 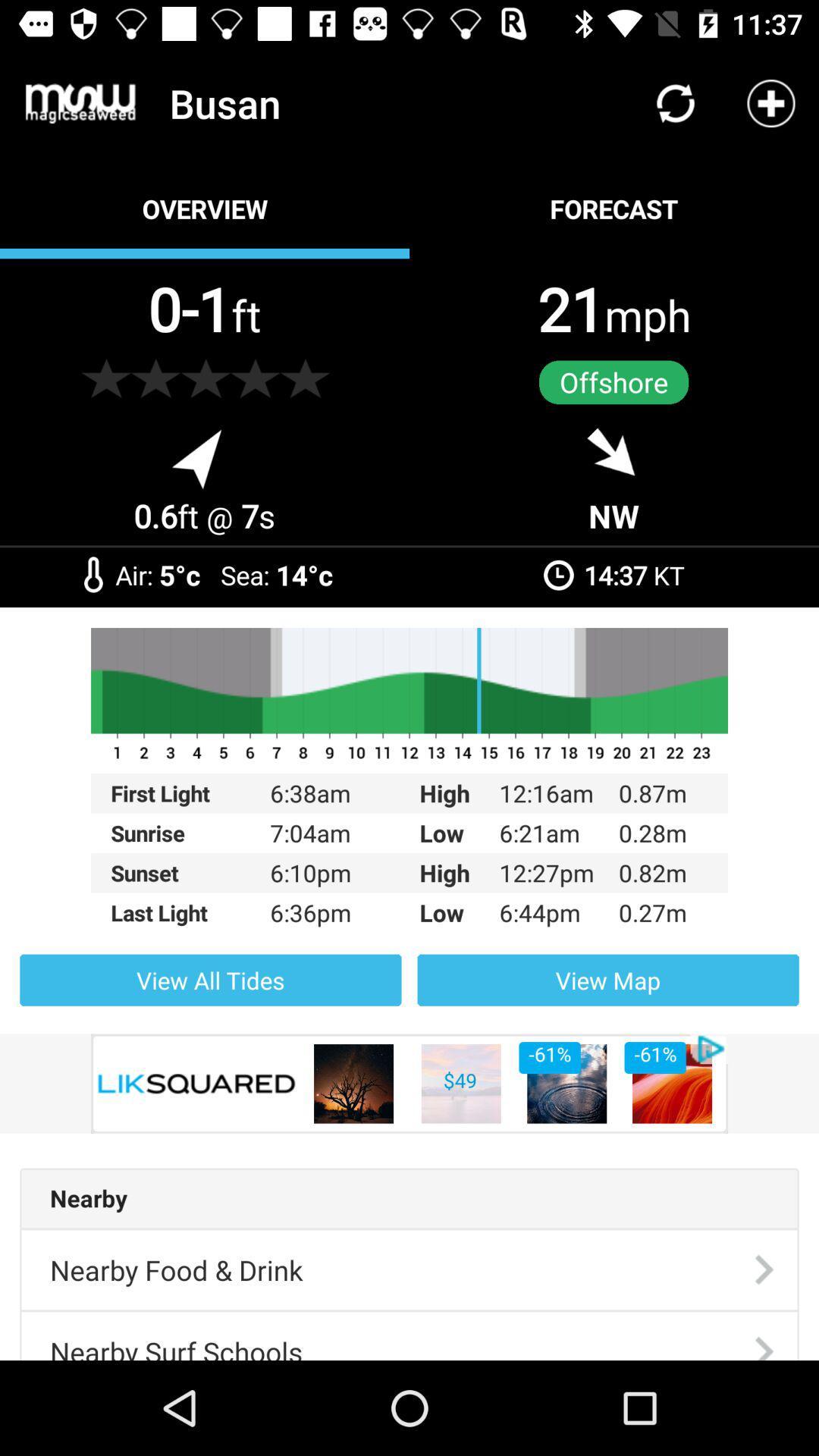 I want to click on the item above the overview icon, so click(x=80, y=102).